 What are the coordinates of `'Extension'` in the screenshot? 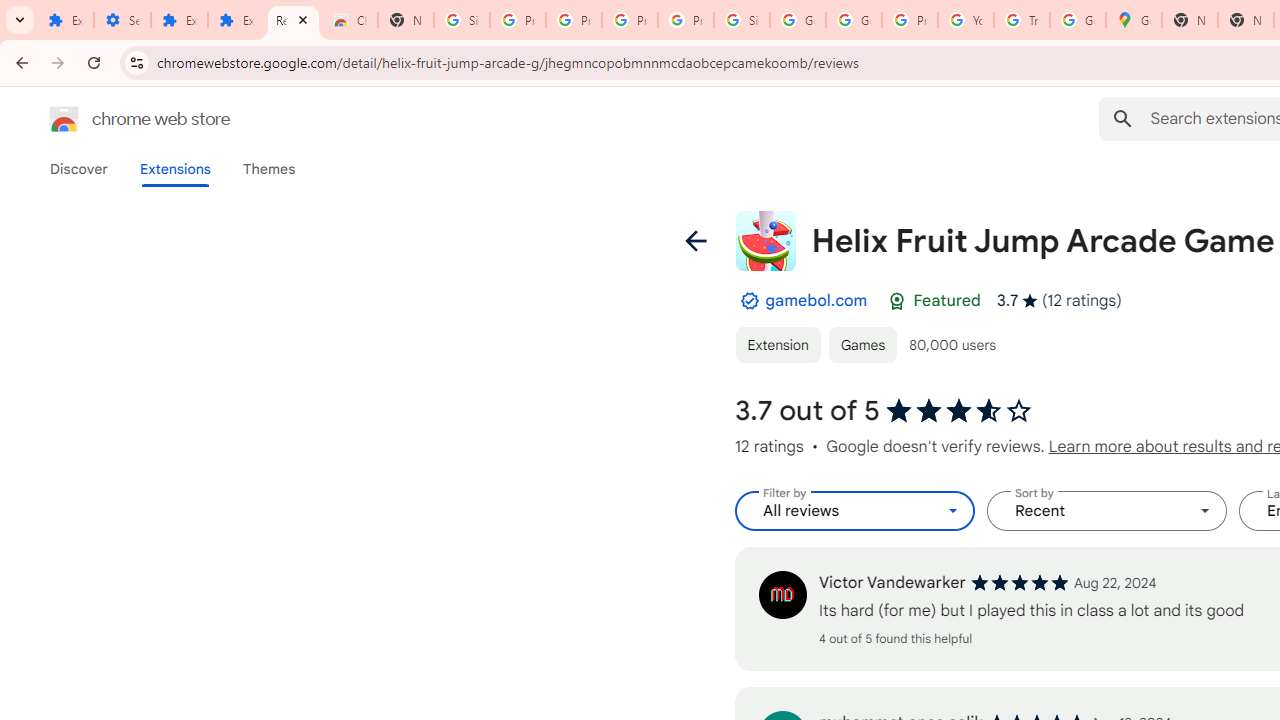 It's located at (776, 343).